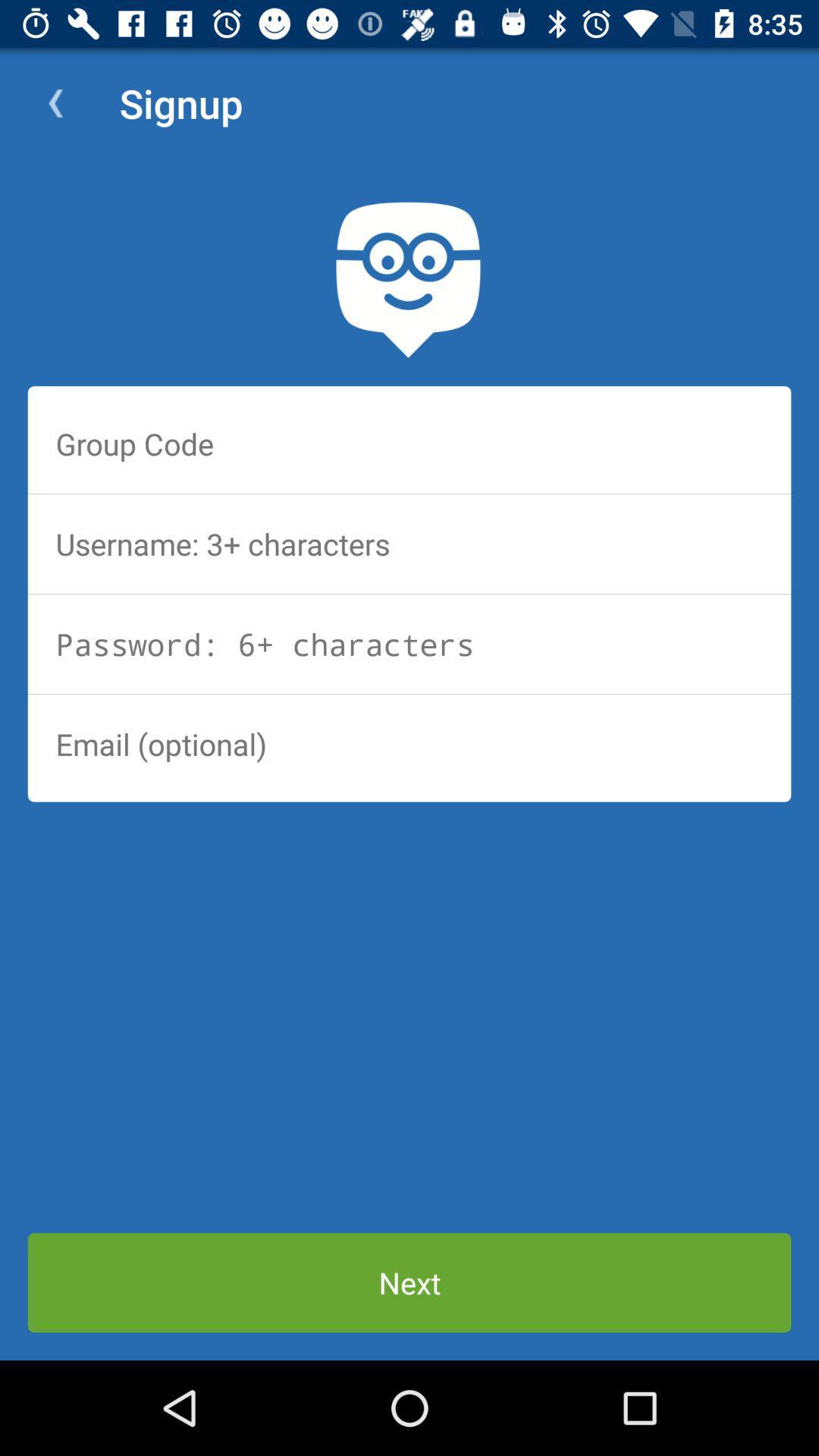 The height and width of the screenshot is (1456, 819). What do you see at coordinates (409, 744) in the screenshot?
I see `email address` at bounding box center [409, 744].